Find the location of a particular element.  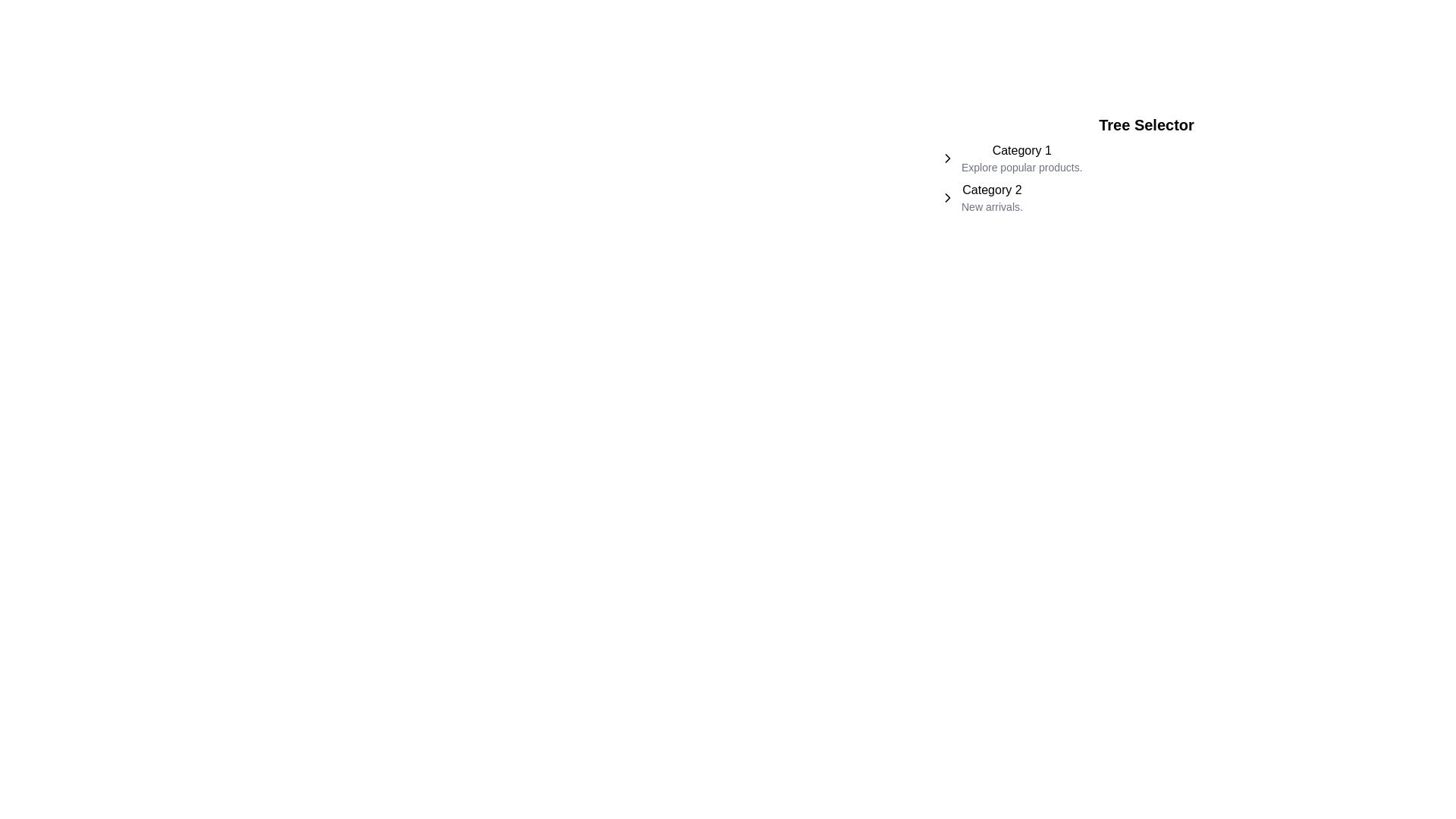

the Chevron icon located to the left of the 'Category 2' text is located at coordinates (946, 197).